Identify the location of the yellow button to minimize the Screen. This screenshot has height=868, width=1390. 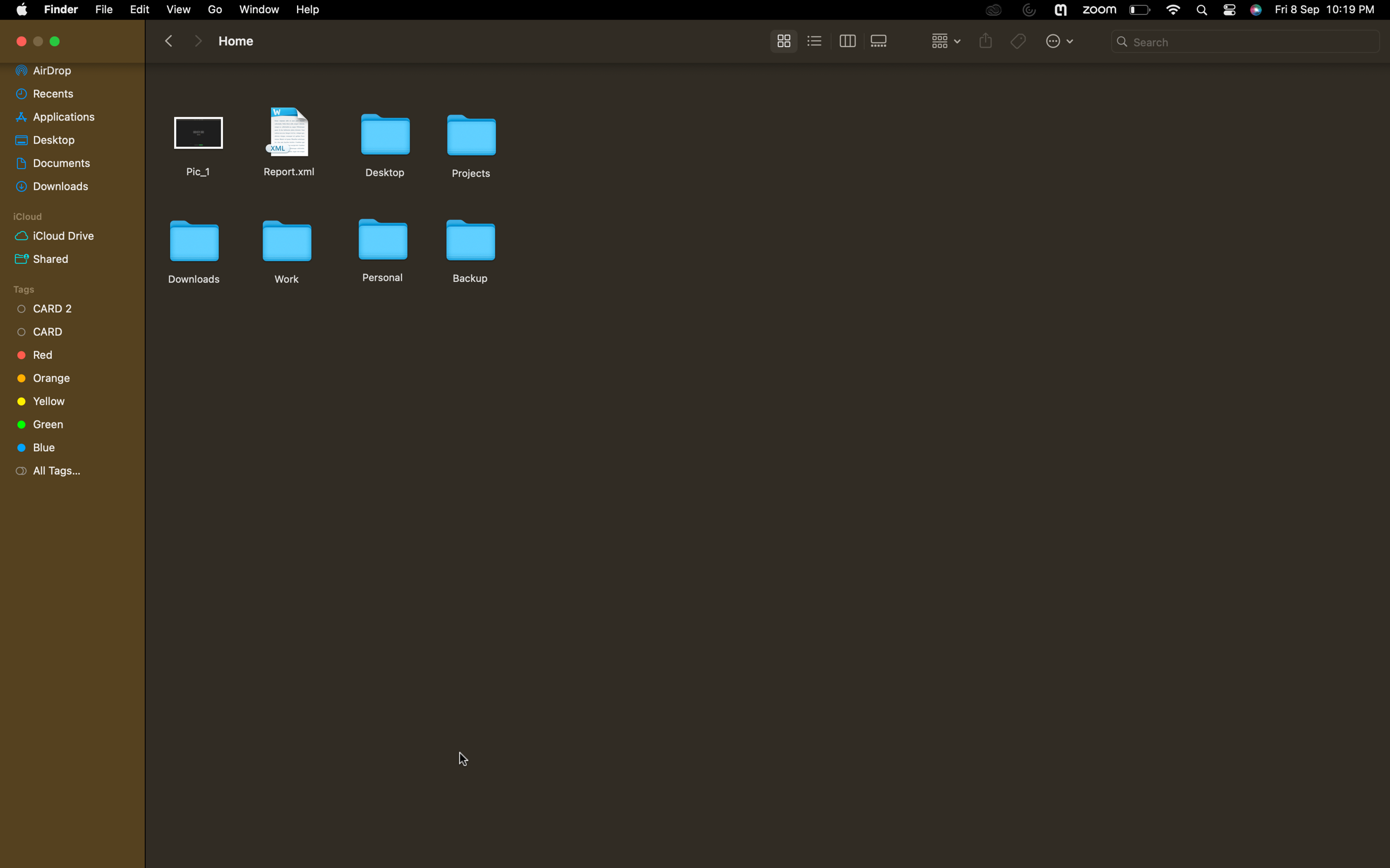
(56, 42).